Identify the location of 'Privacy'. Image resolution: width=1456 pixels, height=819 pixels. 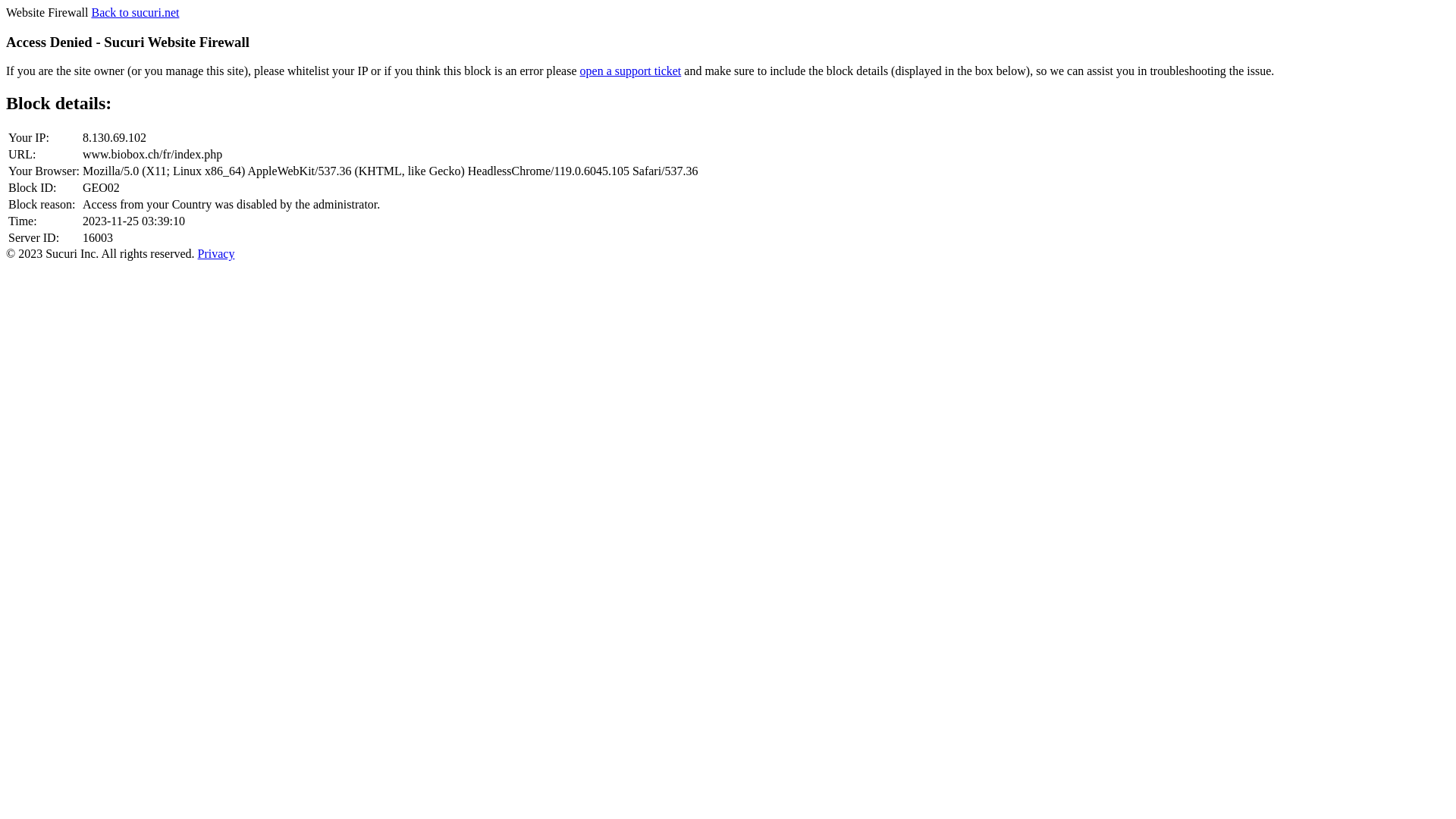
(215, 253).